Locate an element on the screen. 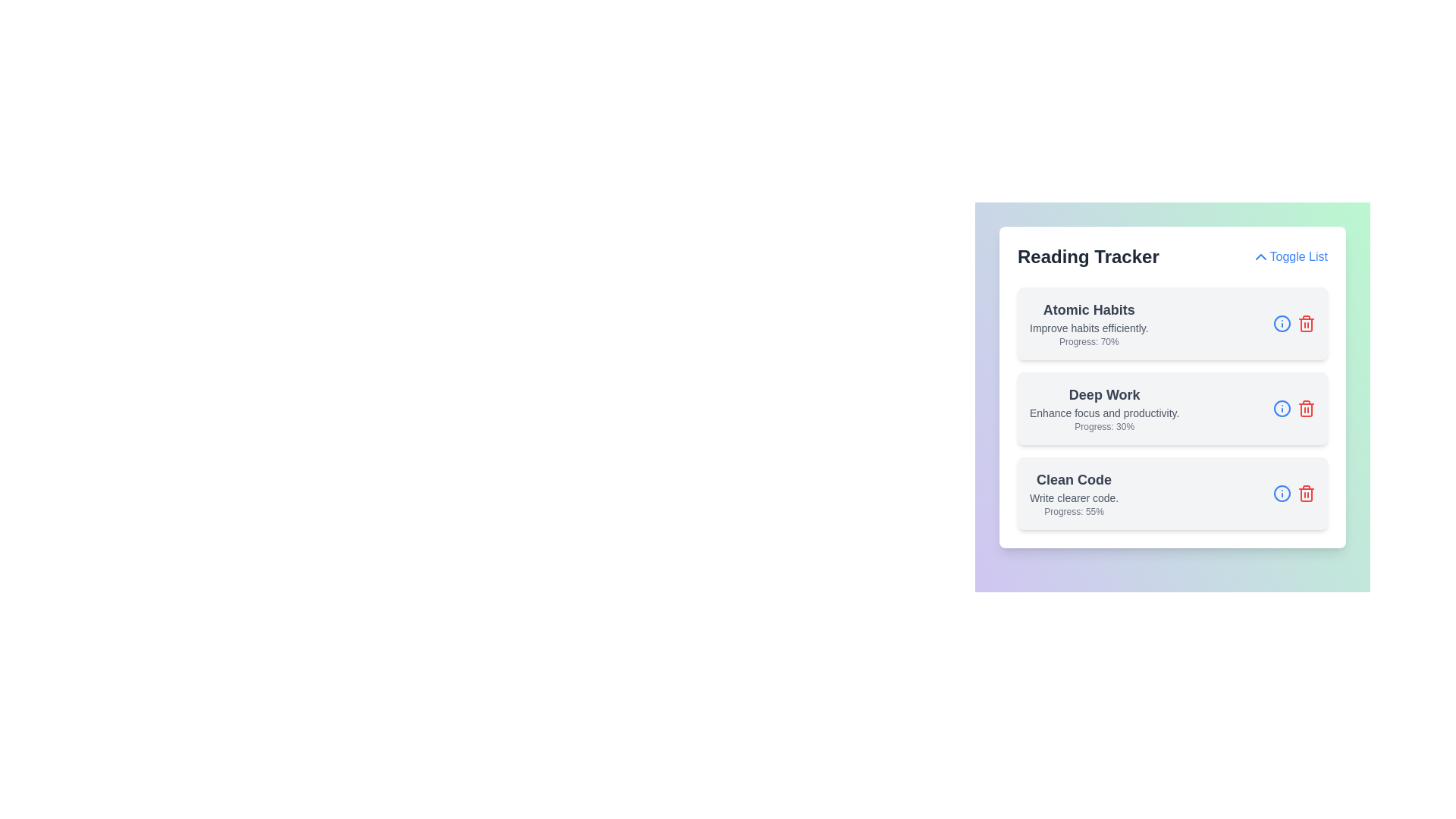  the topmost entry in the reading tracker list, which displays the title of a book, its brief description, and the progress percentage is located at coordinates (1088, 323).